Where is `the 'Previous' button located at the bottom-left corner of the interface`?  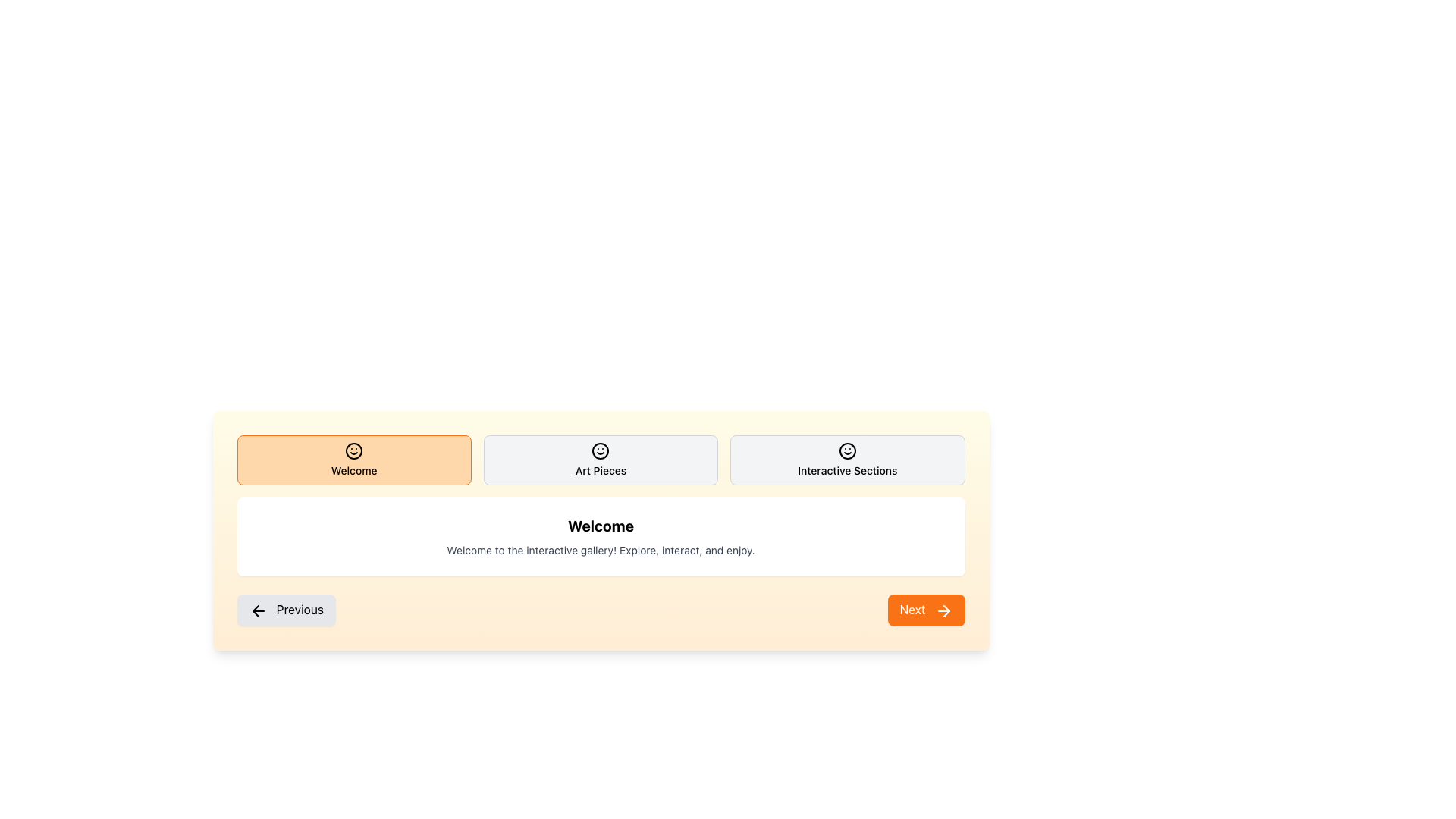 the 'Previous' button located at the bottom-left corner of the interface is located at coordinates (286, 609).